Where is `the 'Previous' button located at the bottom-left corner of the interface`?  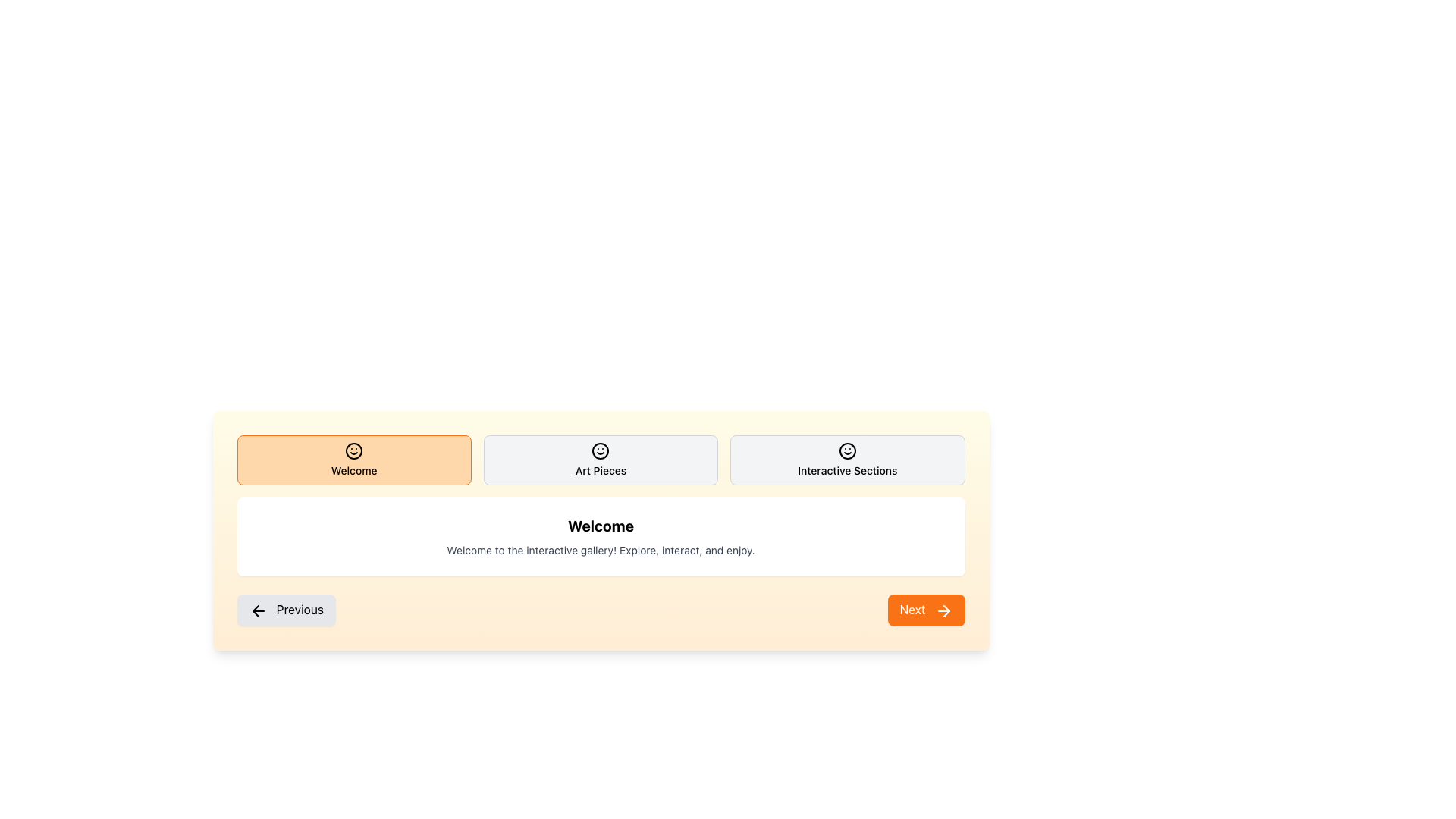 the 'Previous' button located at the bottom-left corner of the interface is located at coordinates (286, 609).